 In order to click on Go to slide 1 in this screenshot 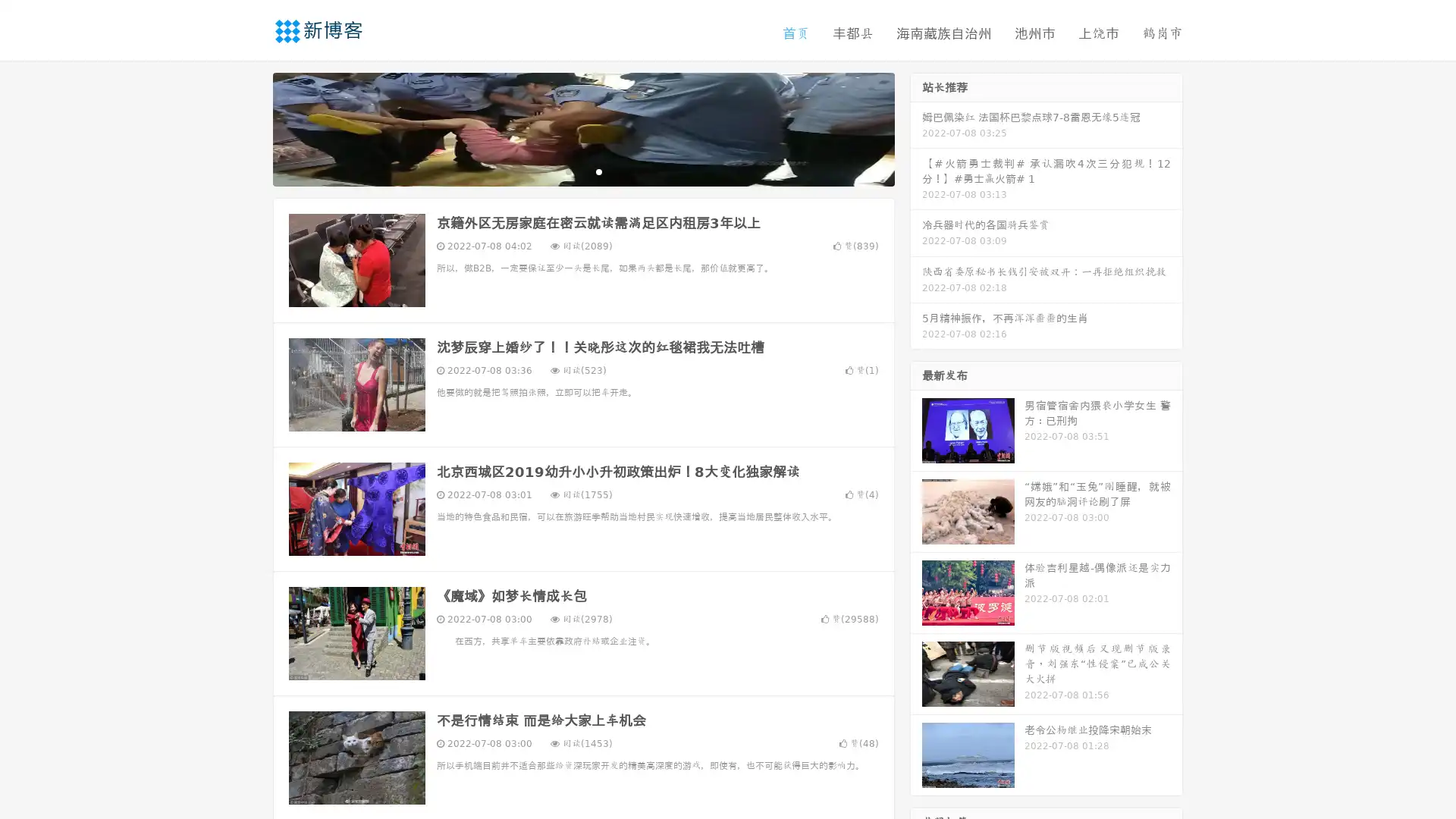, I will do `click(567, 171)`.